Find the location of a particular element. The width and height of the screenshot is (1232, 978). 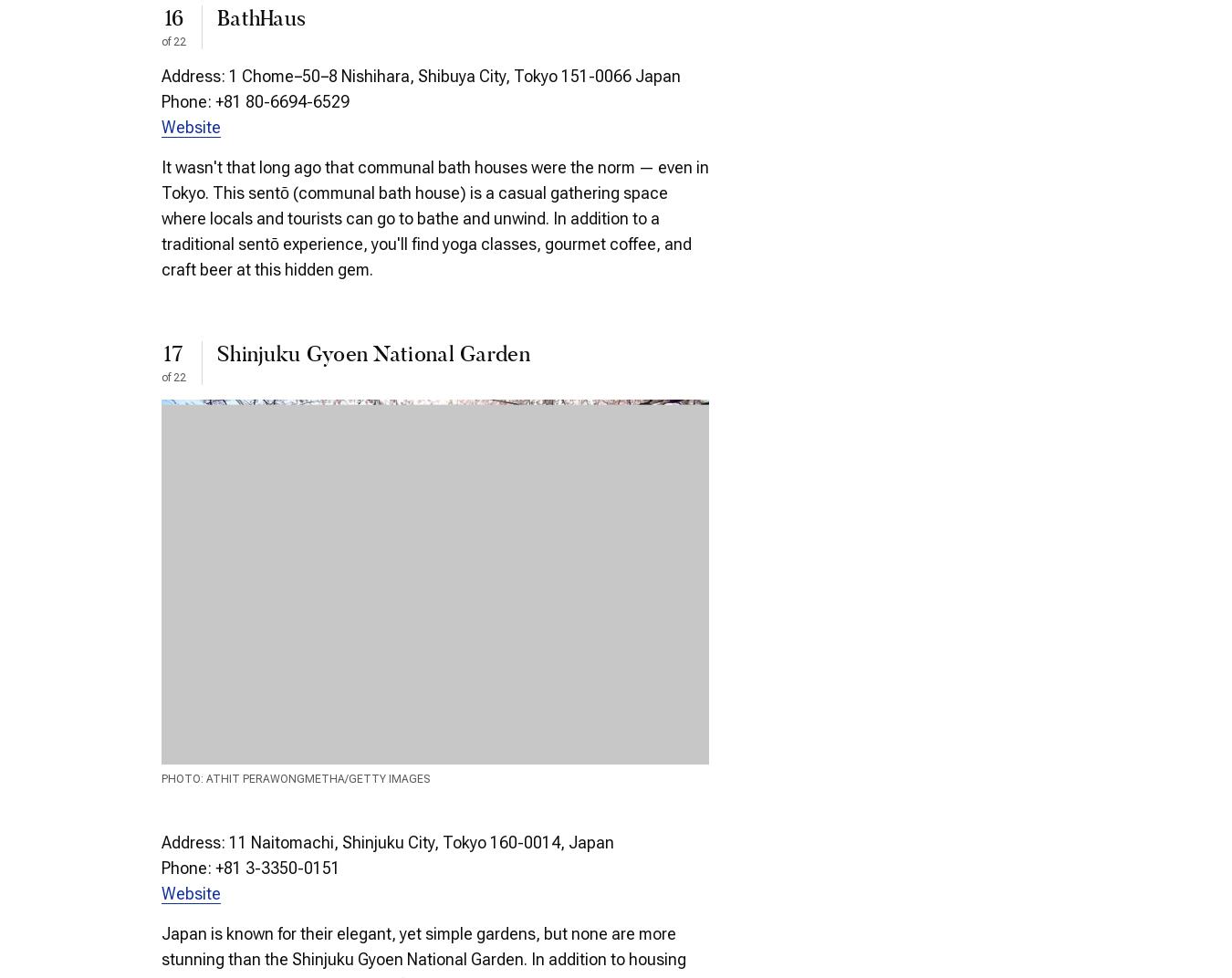

'17' is located at coordinates (163, 355).